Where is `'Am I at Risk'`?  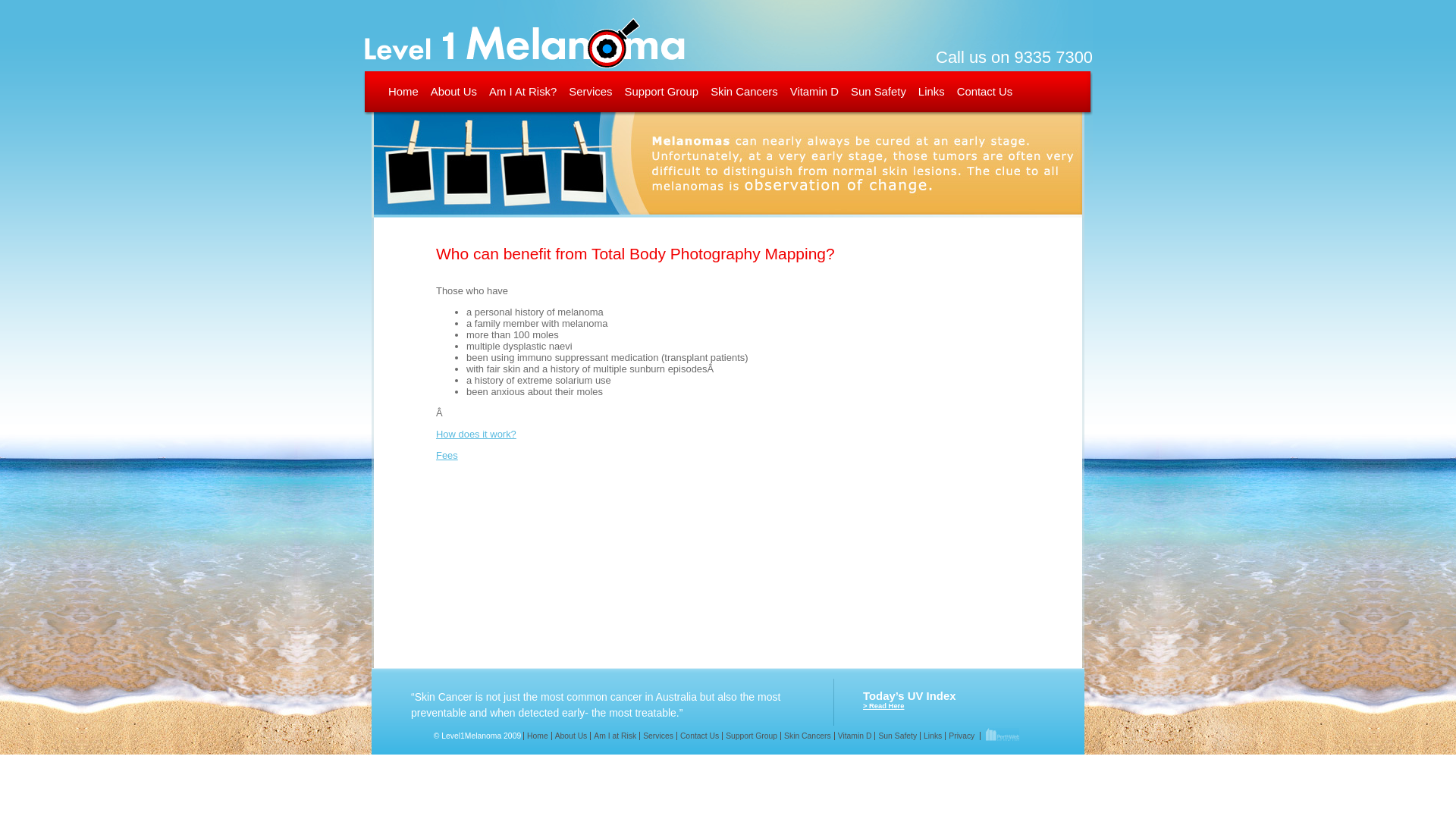
'Am I at Risk' is located at coordinates (614, 735).